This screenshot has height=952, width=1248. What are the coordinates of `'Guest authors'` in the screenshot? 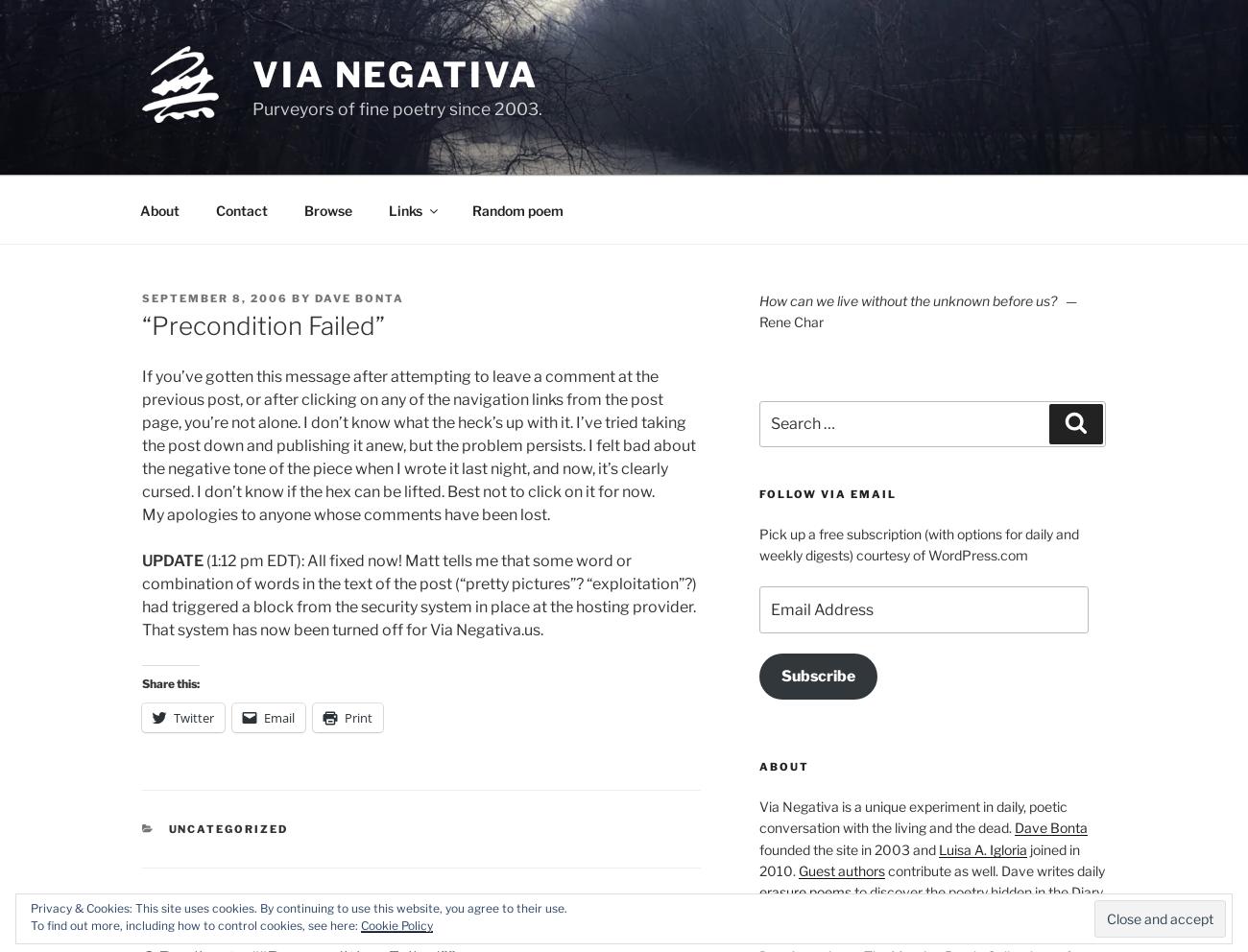 It's located at (797, 869).